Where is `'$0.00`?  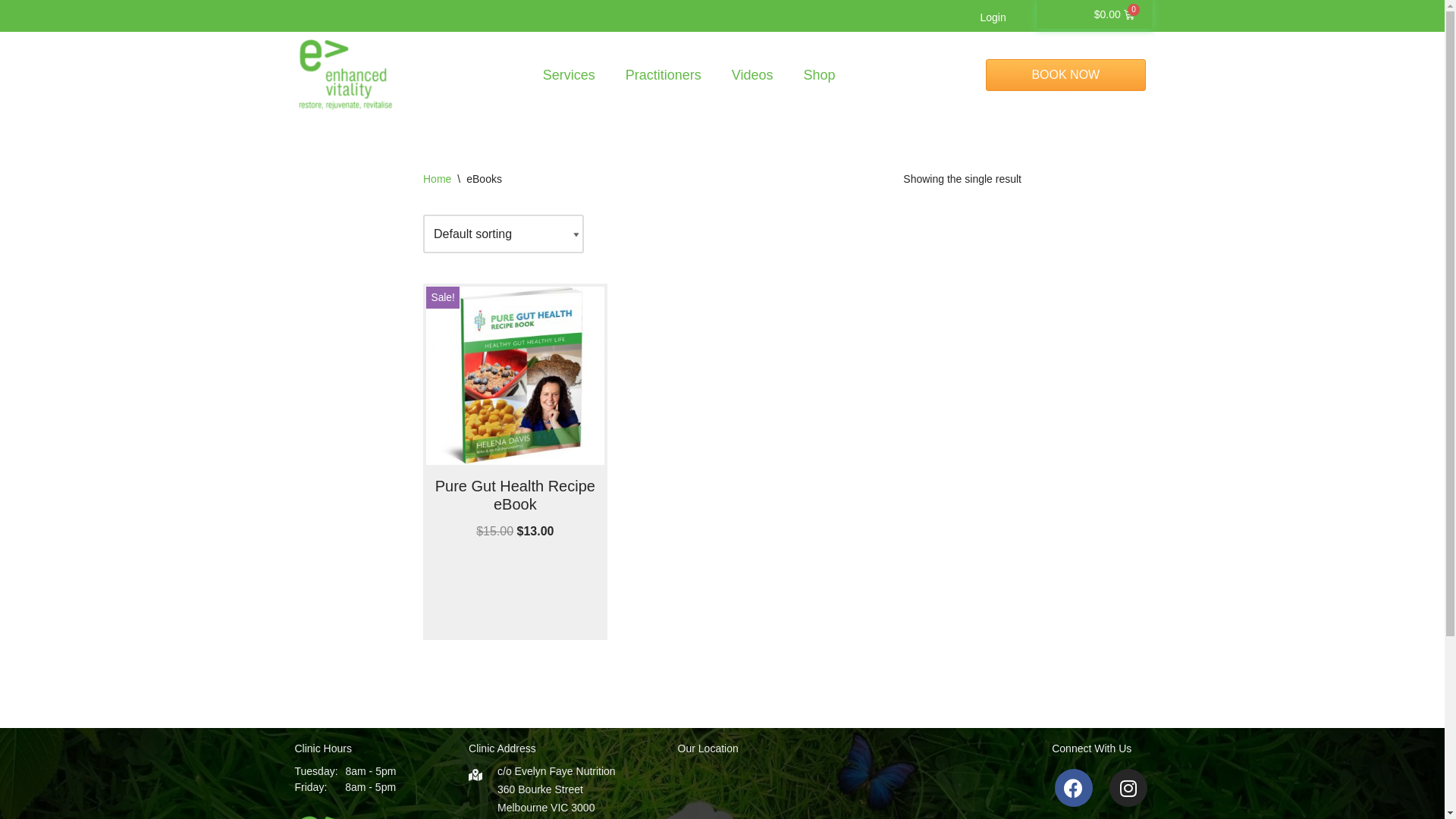 '$0.00 is located at coordinates (1114, 14).